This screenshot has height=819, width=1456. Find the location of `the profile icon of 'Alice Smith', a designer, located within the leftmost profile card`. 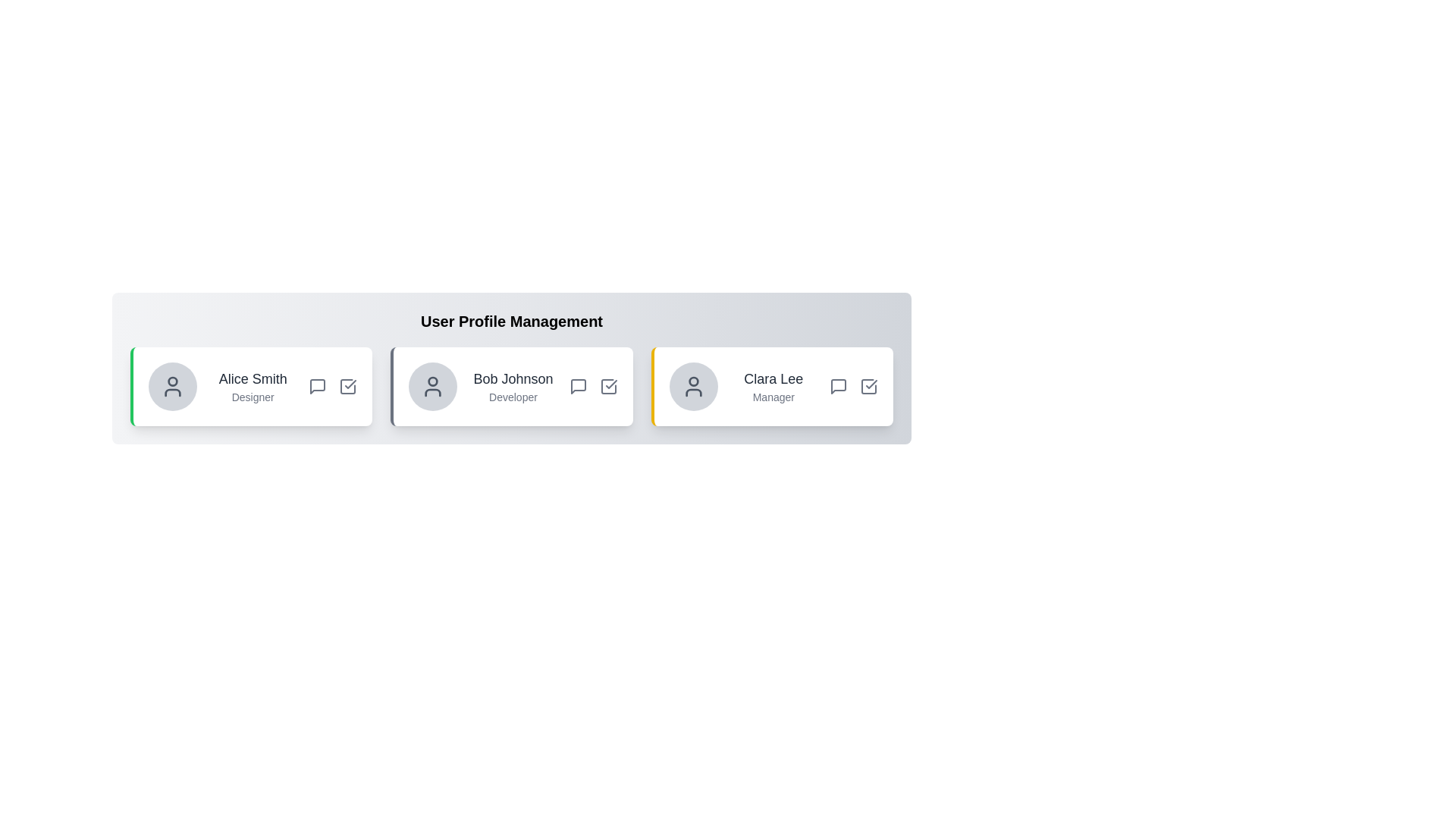

the profile icon of 'Alice Smith', a designer, located within the leftmost profile card is located at coordinates (172, 385).